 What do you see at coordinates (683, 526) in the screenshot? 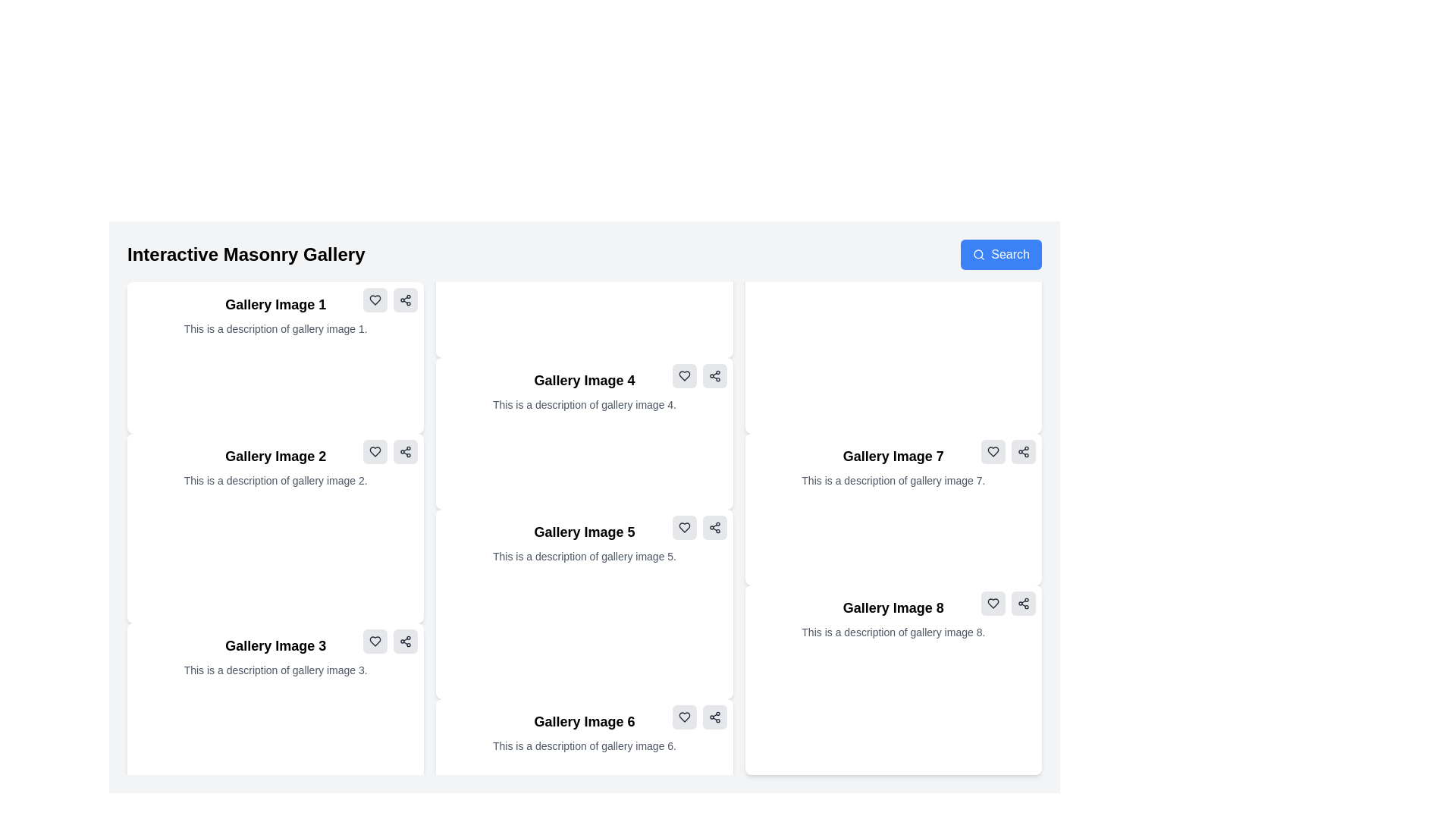
I see `the heart-shaped icon outlined in black located in the top-right corner of the card for 'Gallery Image 5'` at bounding box center [683, 526].